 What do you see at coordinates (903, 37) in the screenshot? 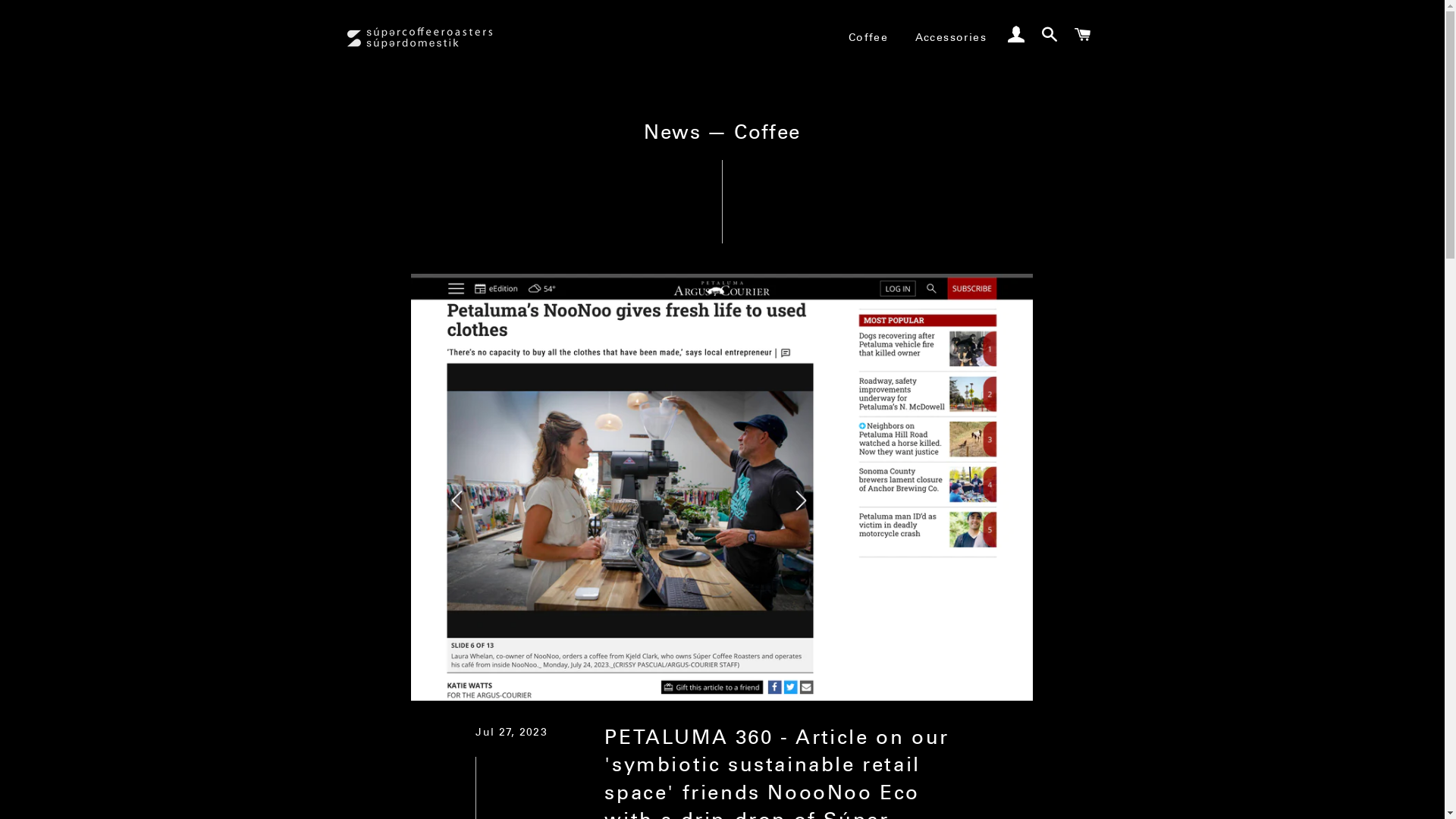
I see `'Accessories'` at bounding box center [903, 37].